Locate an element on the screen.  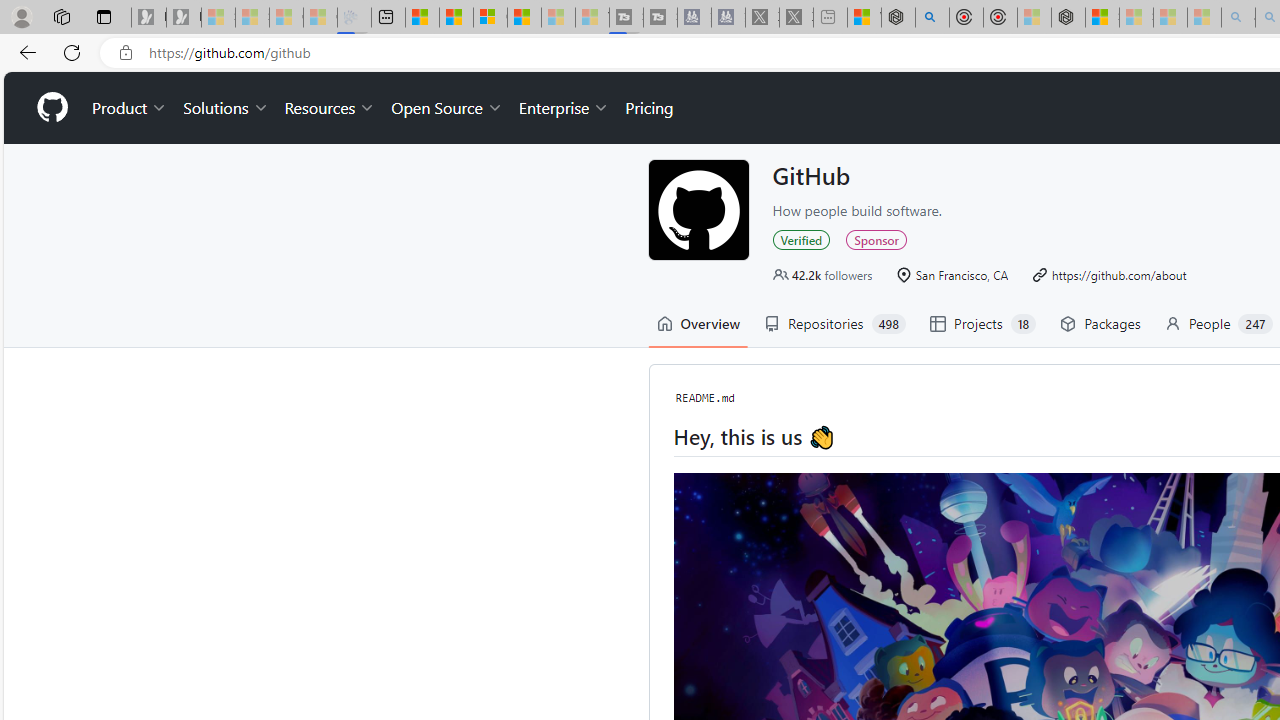
'Solutions' is located at coordinates (225, 108).